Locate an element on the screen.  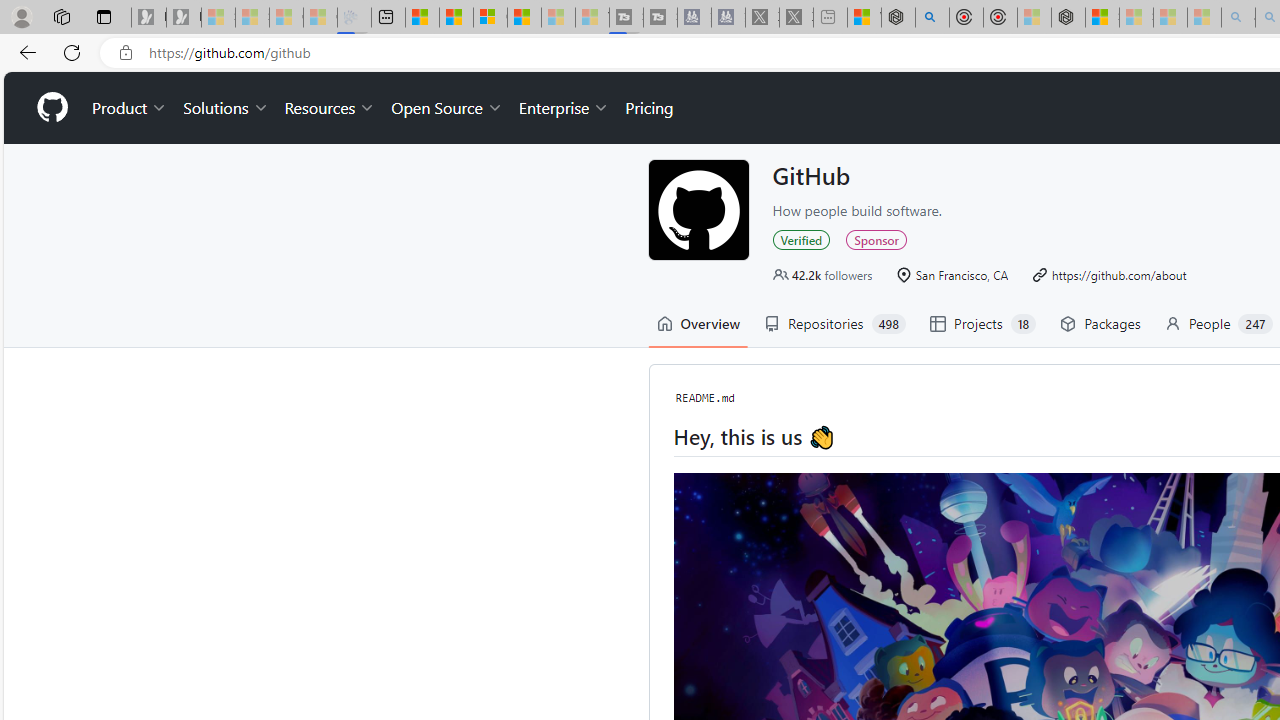
'Solutions' is located at coordinates (225, 108).